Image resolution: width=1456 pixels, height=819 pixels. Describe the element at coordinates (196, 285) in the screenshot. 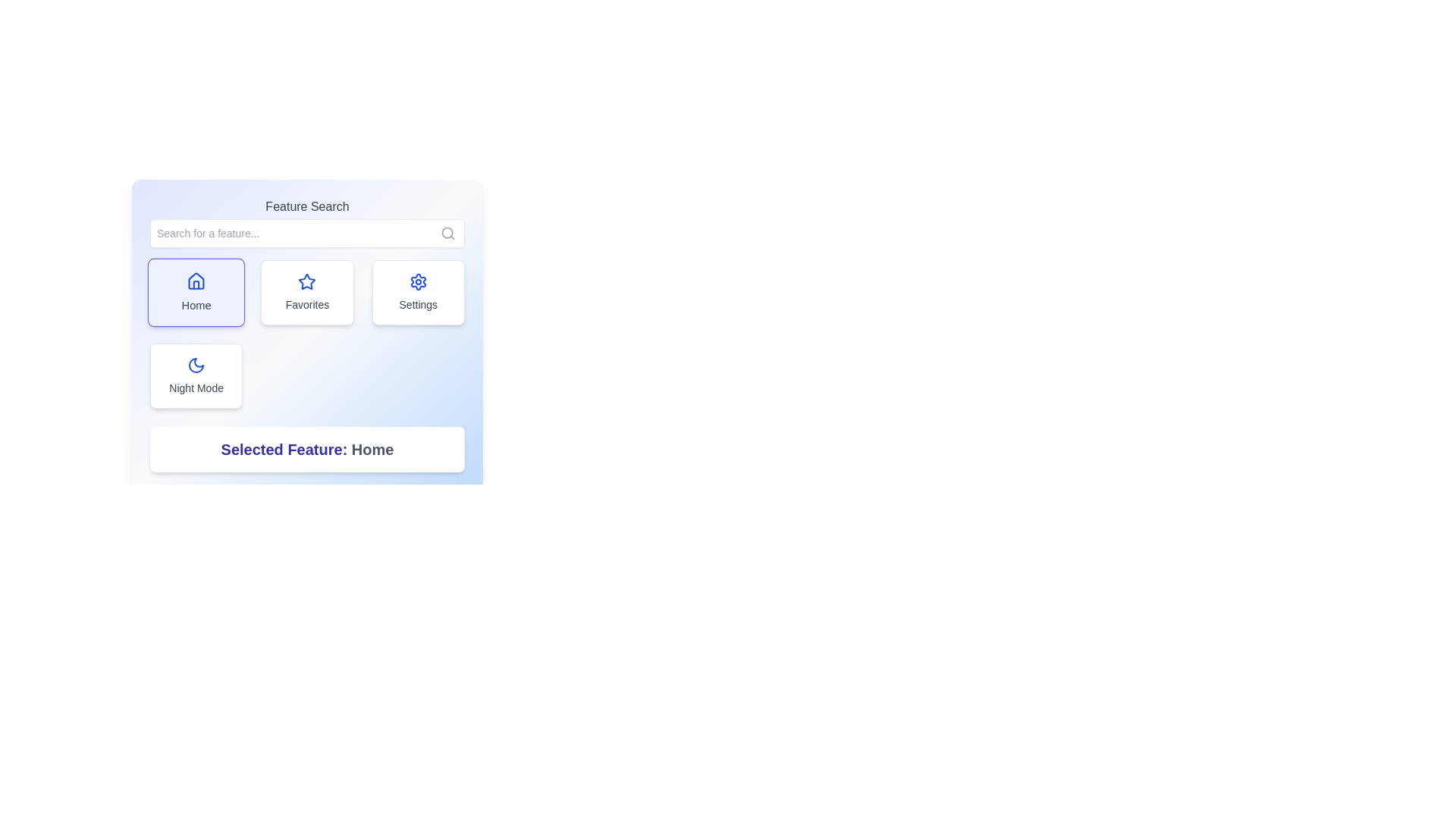

I see `the door shape of the 'Home' icon located at the top-left of the feature selection area in the UI panel` at that location.